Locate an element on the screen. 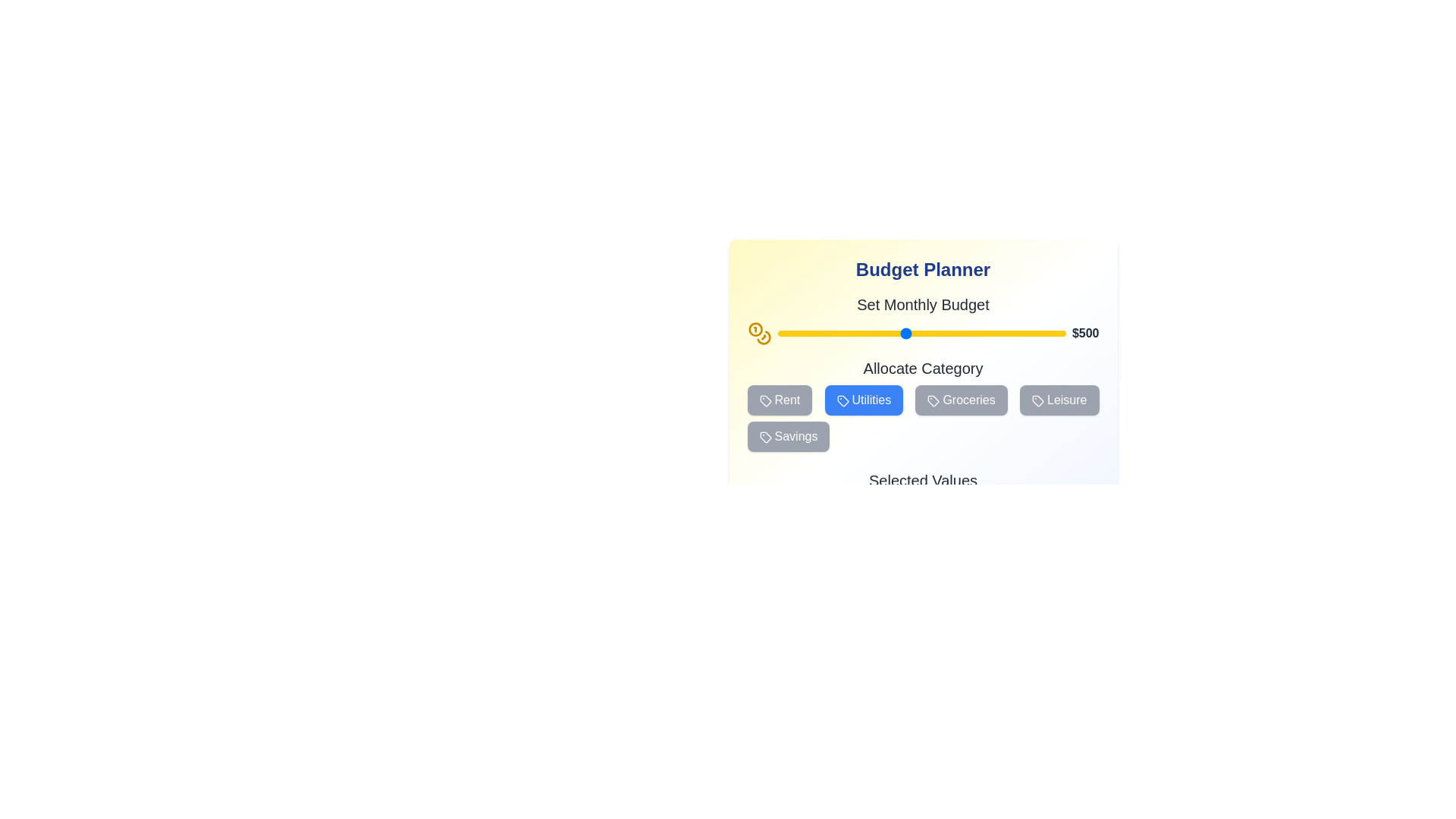 Image resolution: width=1456 pixels, height=819 pixels. the icon representing the 'Savings' category, located to the left of the 'Savings' text within the button group under 'Allocate Category' is located at coordinates (765, 437).